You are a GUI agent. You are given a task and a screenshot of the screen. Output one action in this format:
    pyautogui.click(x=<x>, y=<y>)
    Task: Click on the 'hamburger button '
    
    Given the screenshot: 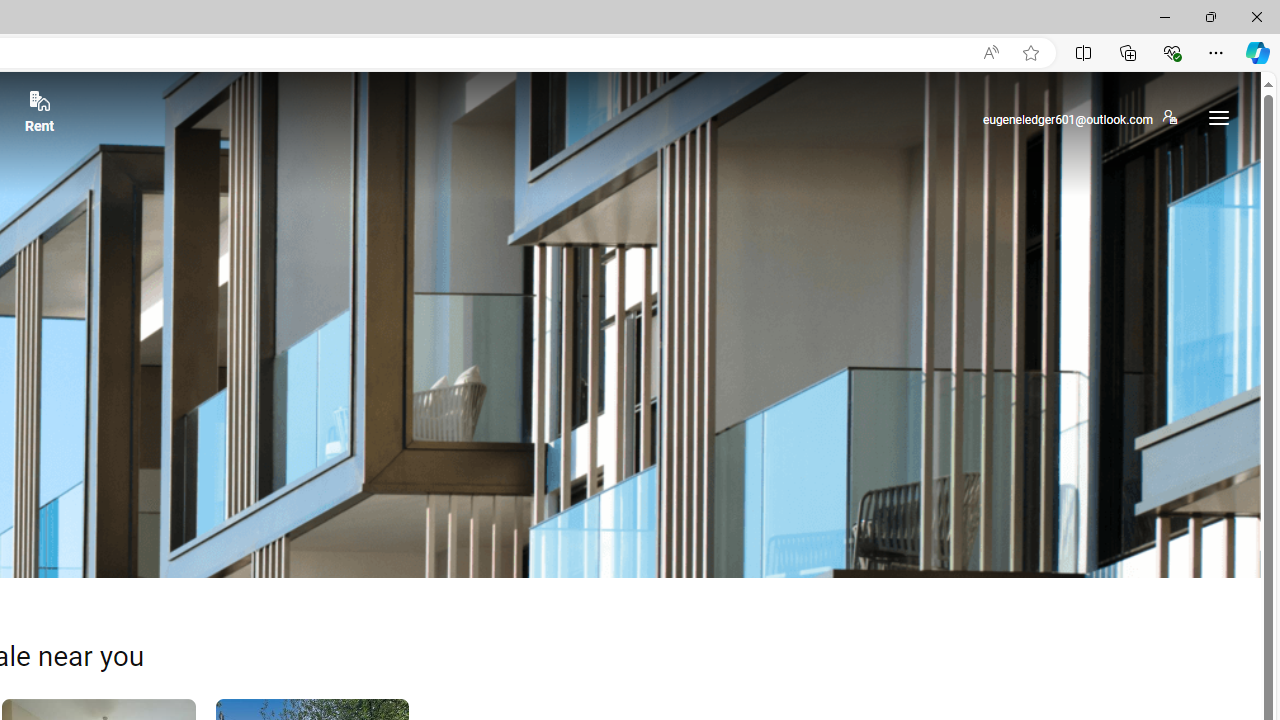 What is the action you would take?
    pyautogui.click(x=1217, y=118)
    